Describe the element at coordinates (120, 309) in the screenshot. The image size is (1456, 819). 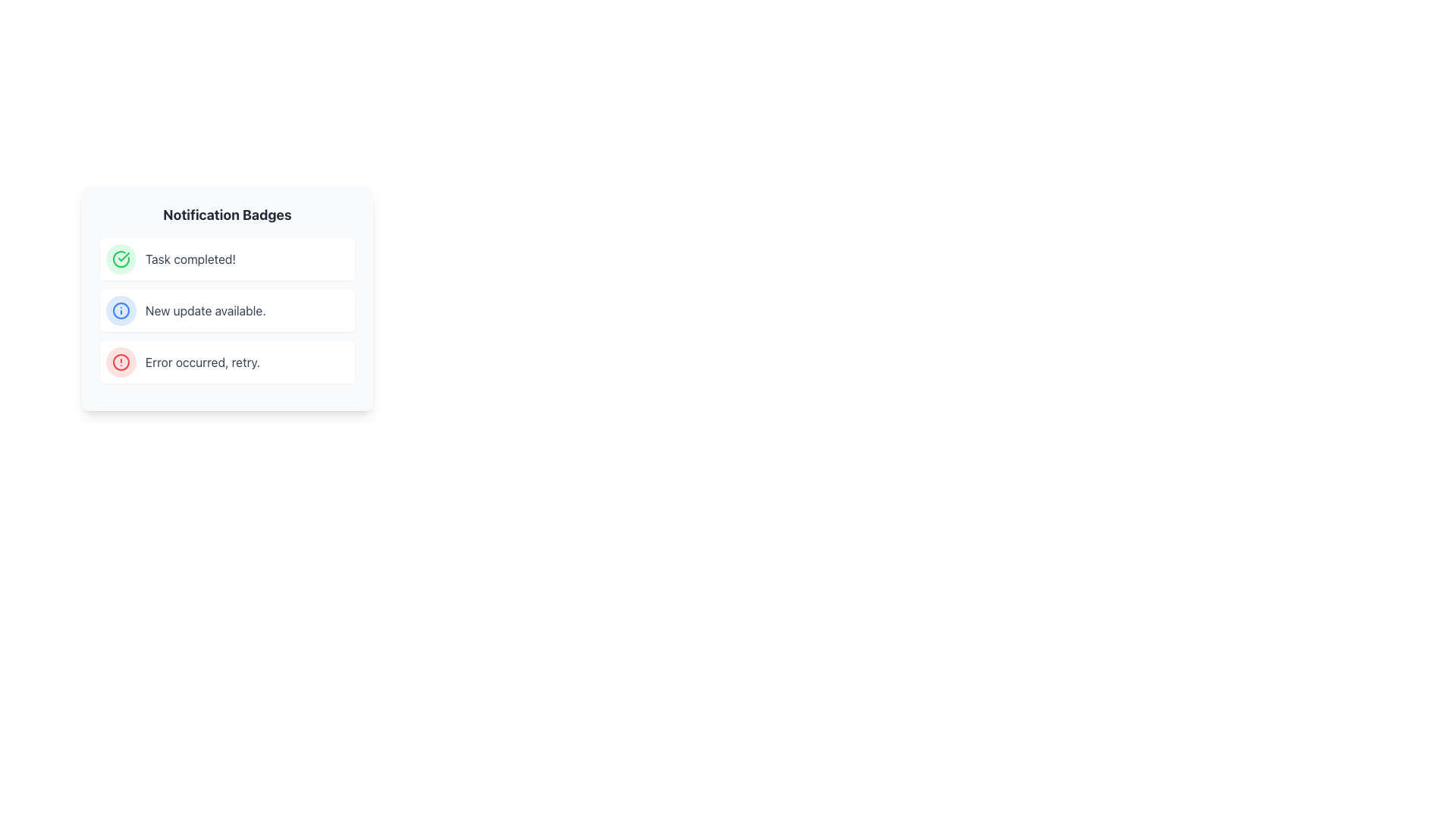
I see `circular icon with a blue border and a central dot, which indicates an informational purpose and is part of a notification badge, located to the left of the text 'New update available.'` at that location.